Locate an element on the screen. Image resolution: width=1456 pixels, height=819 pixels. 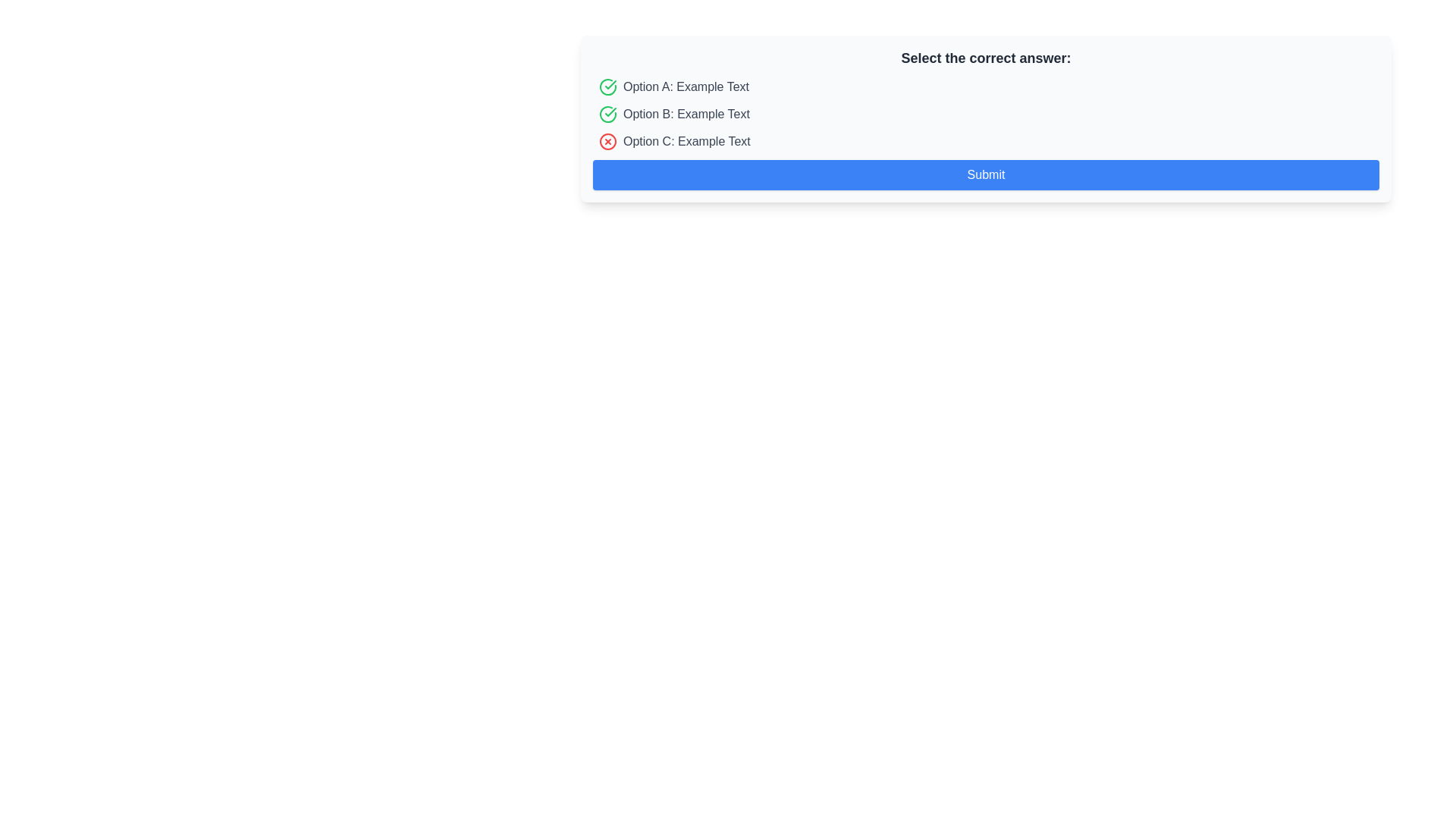
the icon that indicates the correctness of the choice, located to the left of the text 'Option A: Example Text' in the first option of the multiple-choice layout is located at coordinates (607, 87).